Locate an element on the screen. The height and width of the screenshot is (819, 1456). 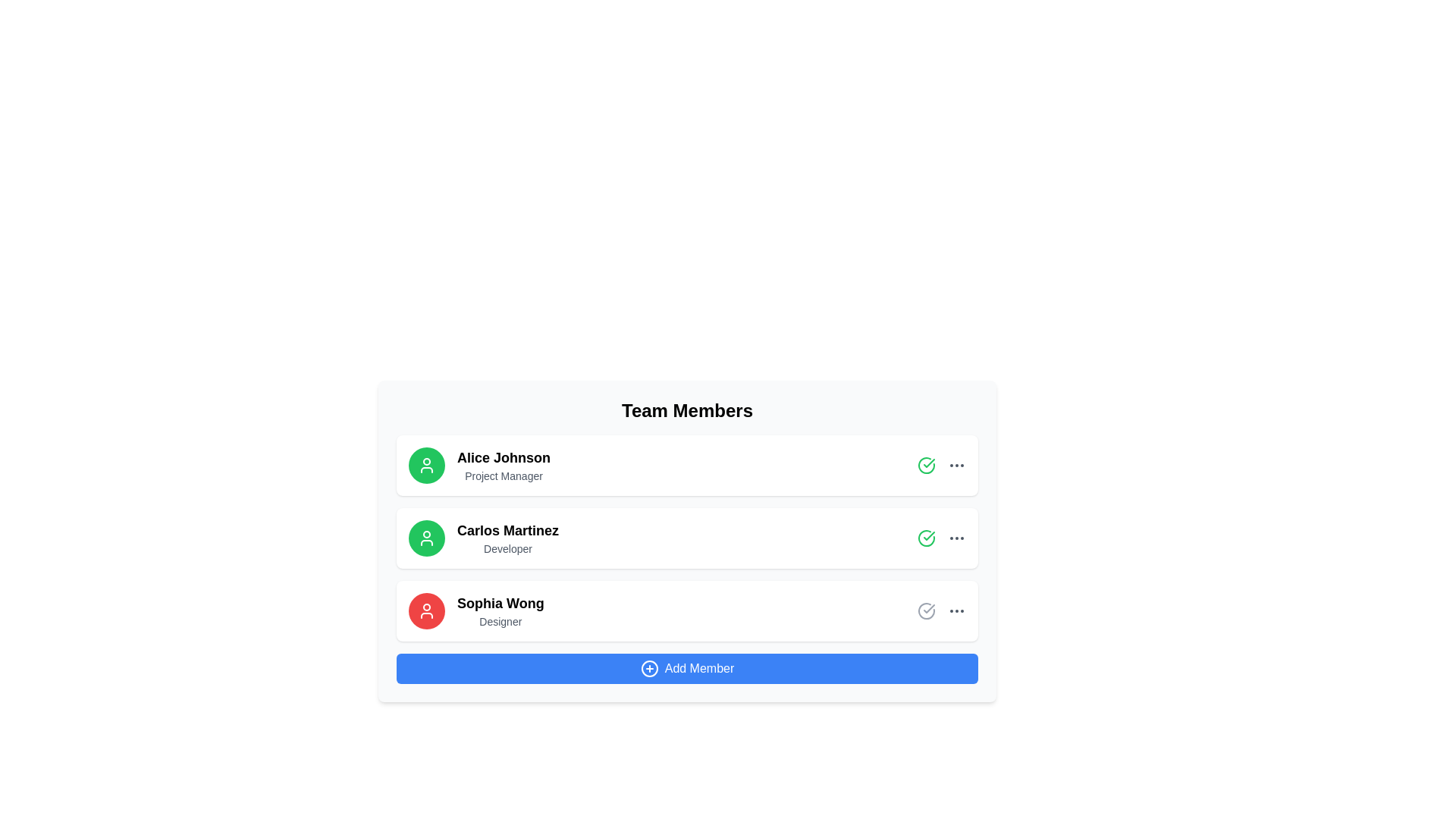
text displayed in the card-like structure containing 'Carlos Martinez' and 'Developer', located in the second row of the member list is located at coordinates (508, 537).